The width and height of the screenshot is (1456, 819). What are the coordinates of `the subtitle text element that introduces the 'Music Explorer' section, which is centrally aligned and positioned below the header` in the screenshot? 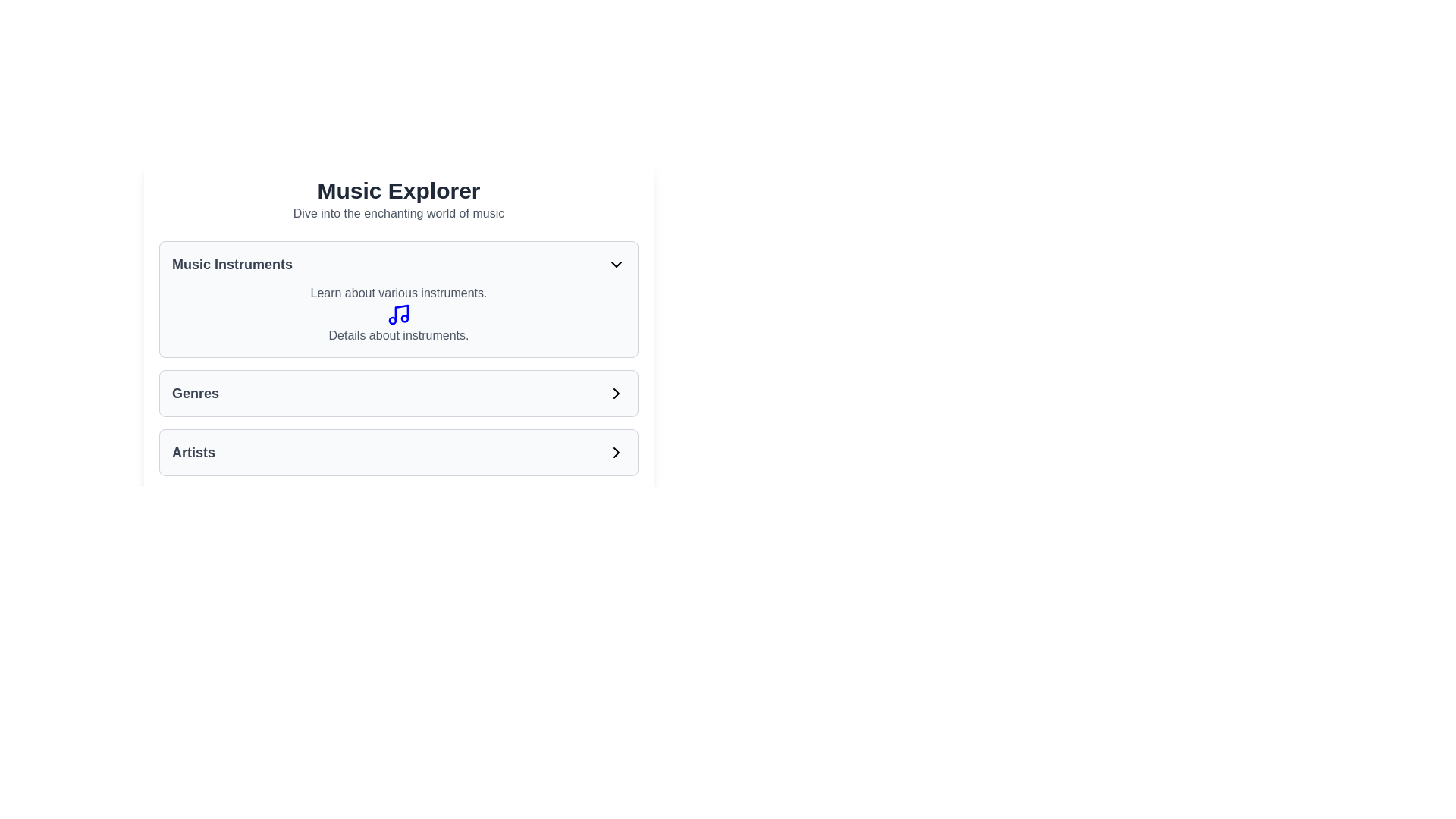 It's located at (399, 213).